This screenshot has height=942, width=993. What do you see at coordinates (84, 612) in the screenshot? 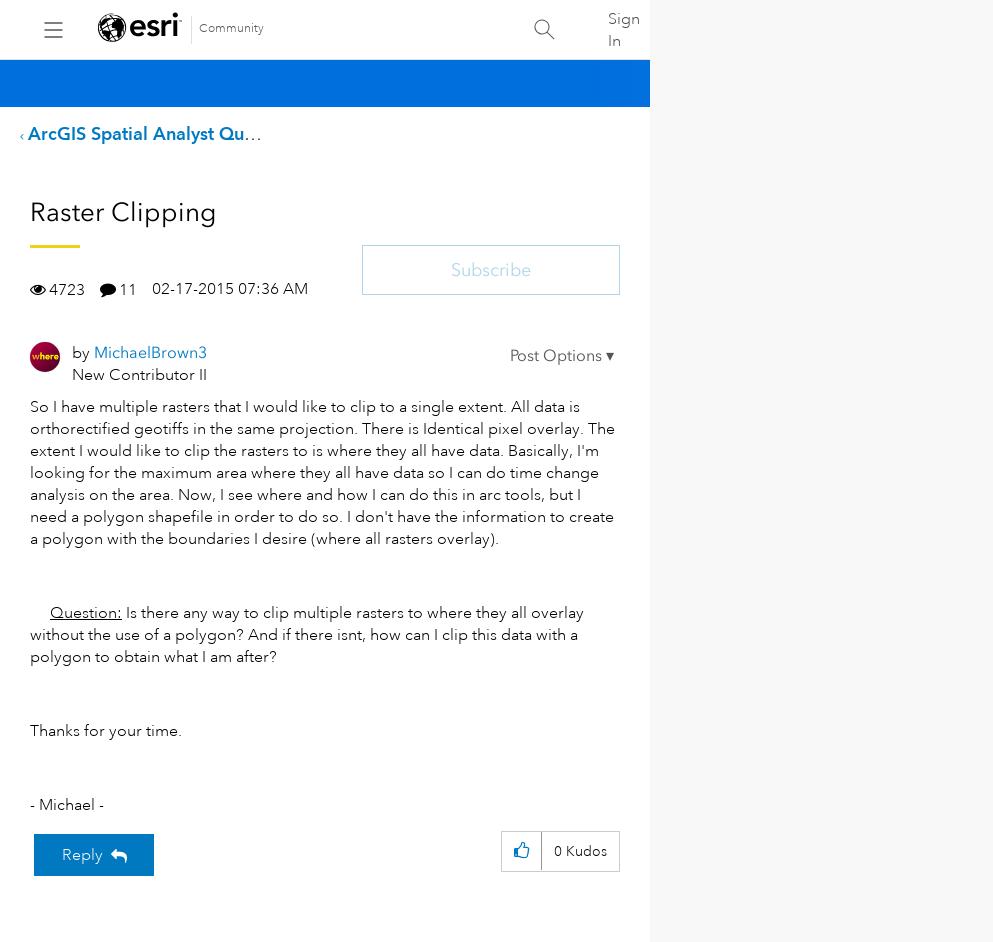
I see `'Question:'` at bounding box center [84, 612].